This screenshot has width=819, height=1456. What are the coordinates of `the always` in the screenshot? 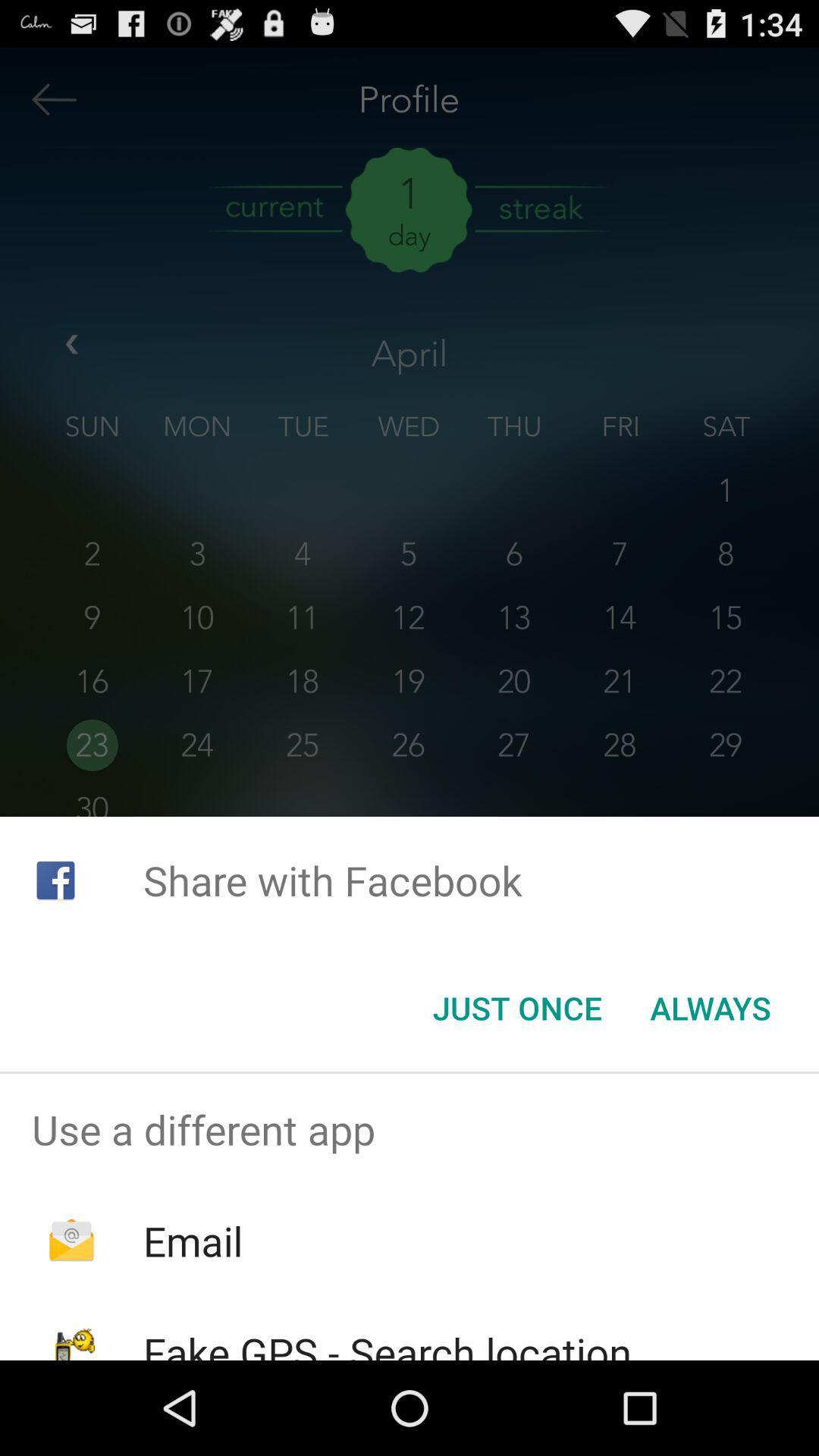 It's located at (711, 1008).